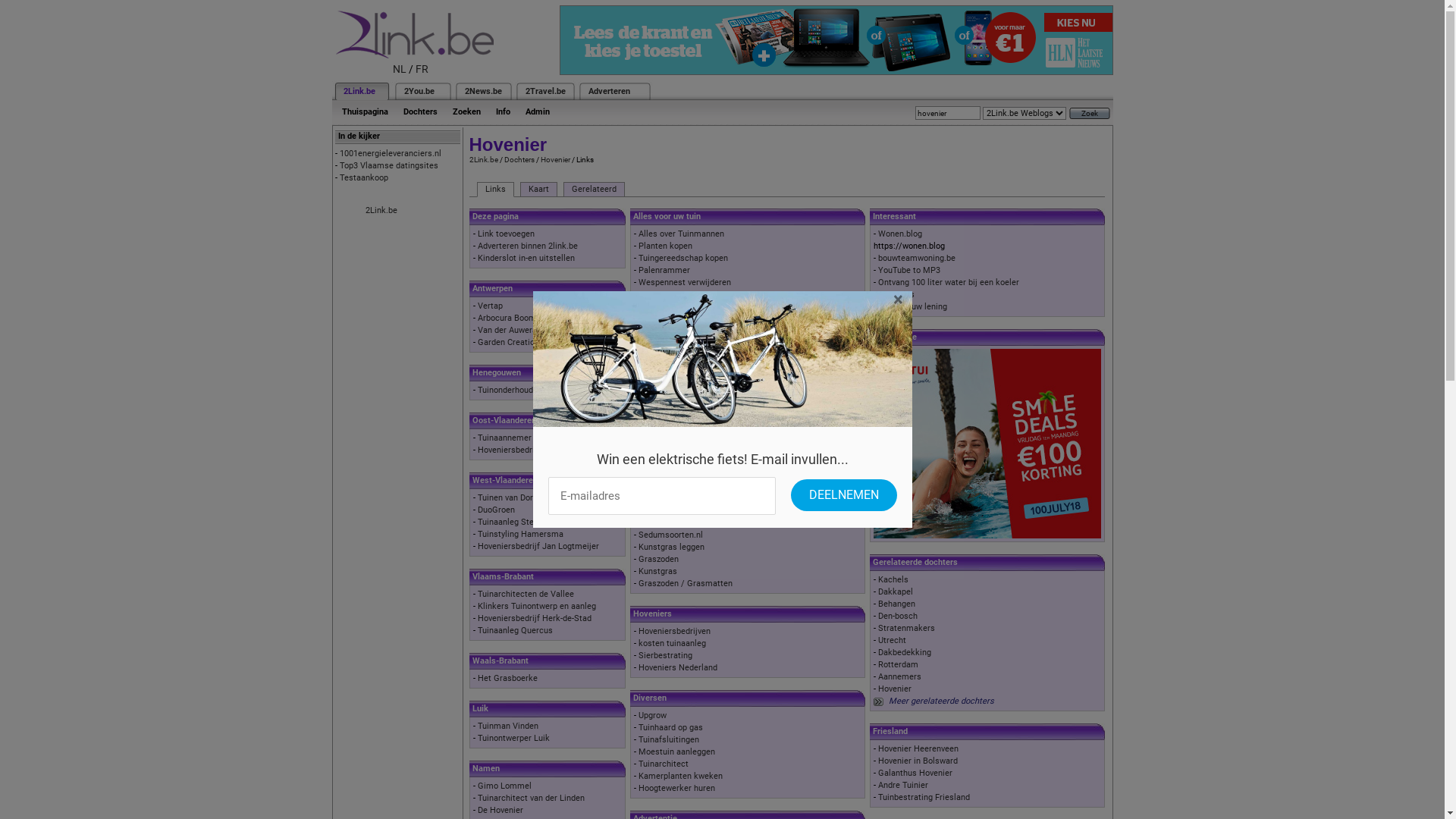 The width and height of the screenshot is (1456, 819). Describe the element at coordinates (538, 546) in the screenshot. I see `'Hoveniersbedrijf Jan Logtmeijer'` at that location.